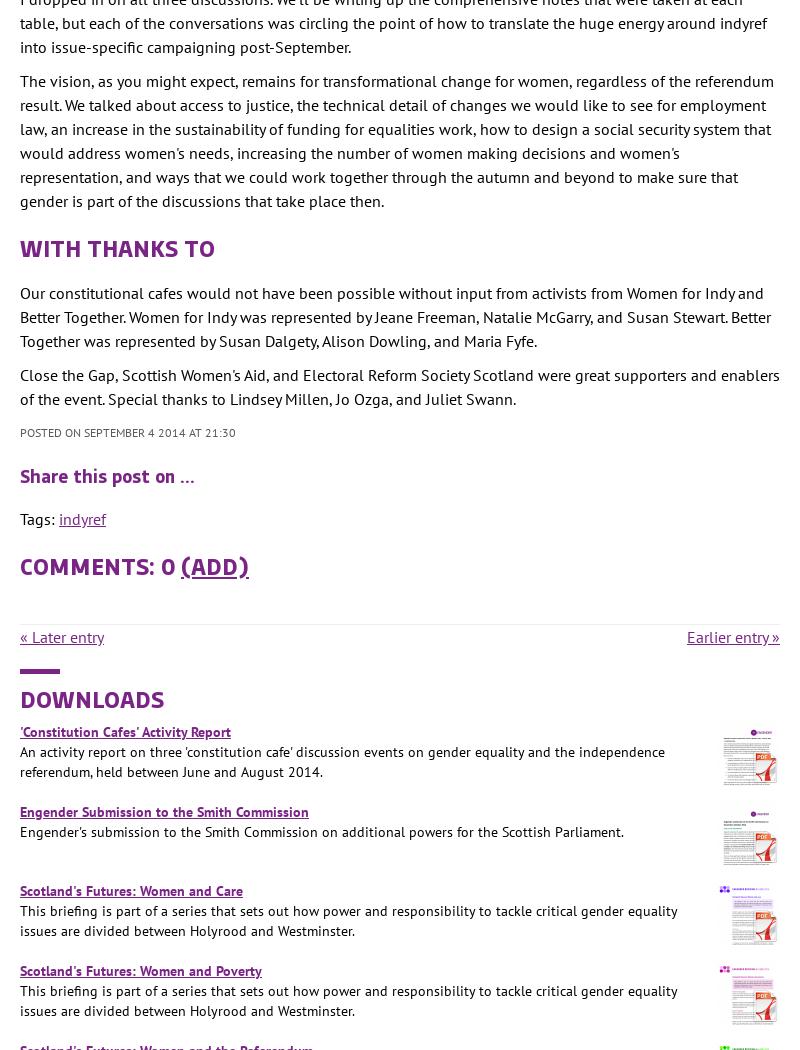 The image size is (800, 1050). I want to click on 'With thanks to', so click(116, 246).